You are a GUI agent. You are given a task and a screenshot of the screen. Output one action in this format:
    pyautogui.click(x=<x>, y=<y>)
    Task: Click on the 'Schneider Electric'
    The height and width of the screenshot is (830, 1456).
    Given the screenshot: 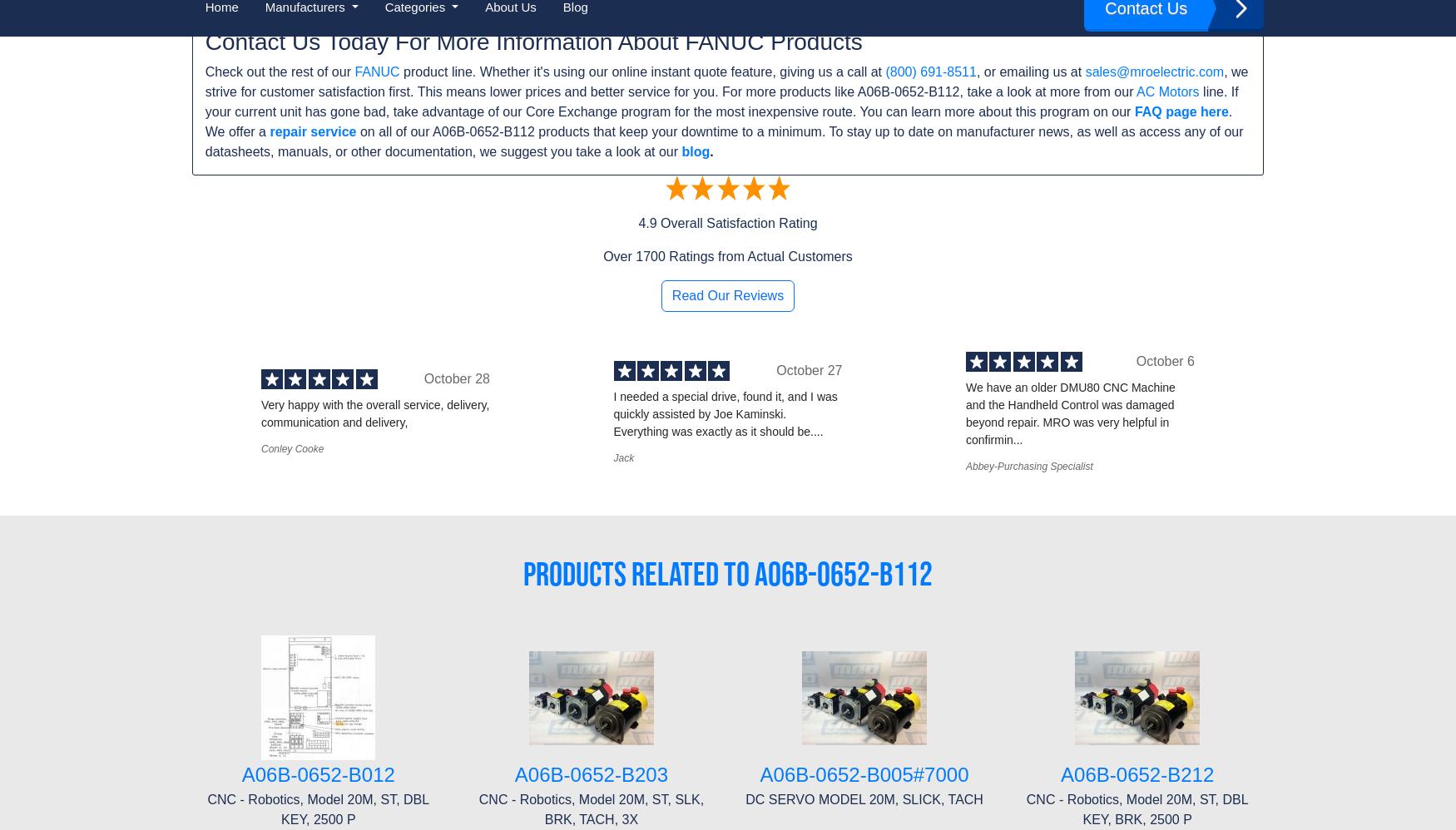 What is the action you would take?
    pyautogui.click(x=518, y=551)
    